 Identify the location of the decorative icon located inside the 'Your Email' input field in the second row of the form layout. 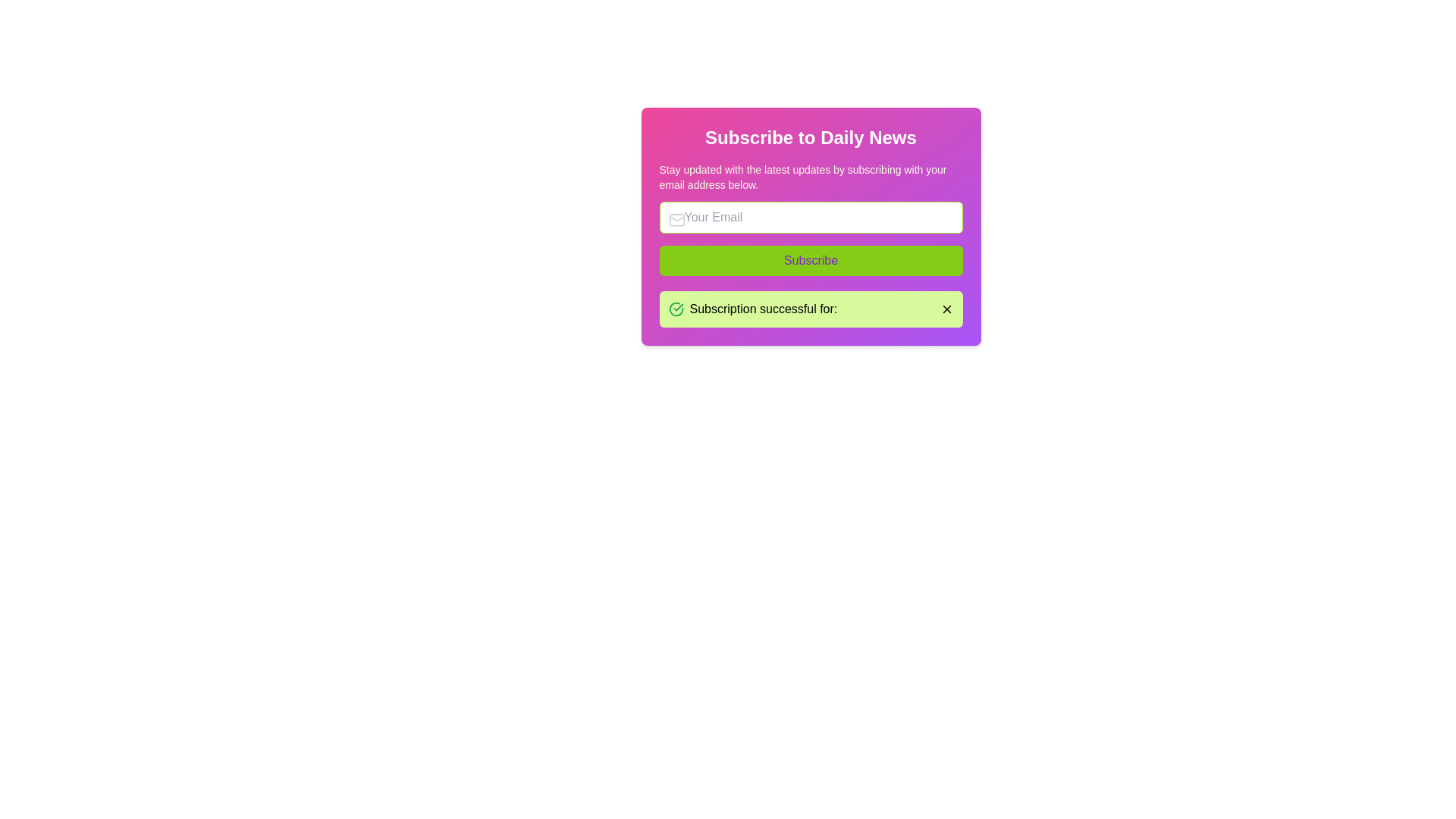
(676, 220).